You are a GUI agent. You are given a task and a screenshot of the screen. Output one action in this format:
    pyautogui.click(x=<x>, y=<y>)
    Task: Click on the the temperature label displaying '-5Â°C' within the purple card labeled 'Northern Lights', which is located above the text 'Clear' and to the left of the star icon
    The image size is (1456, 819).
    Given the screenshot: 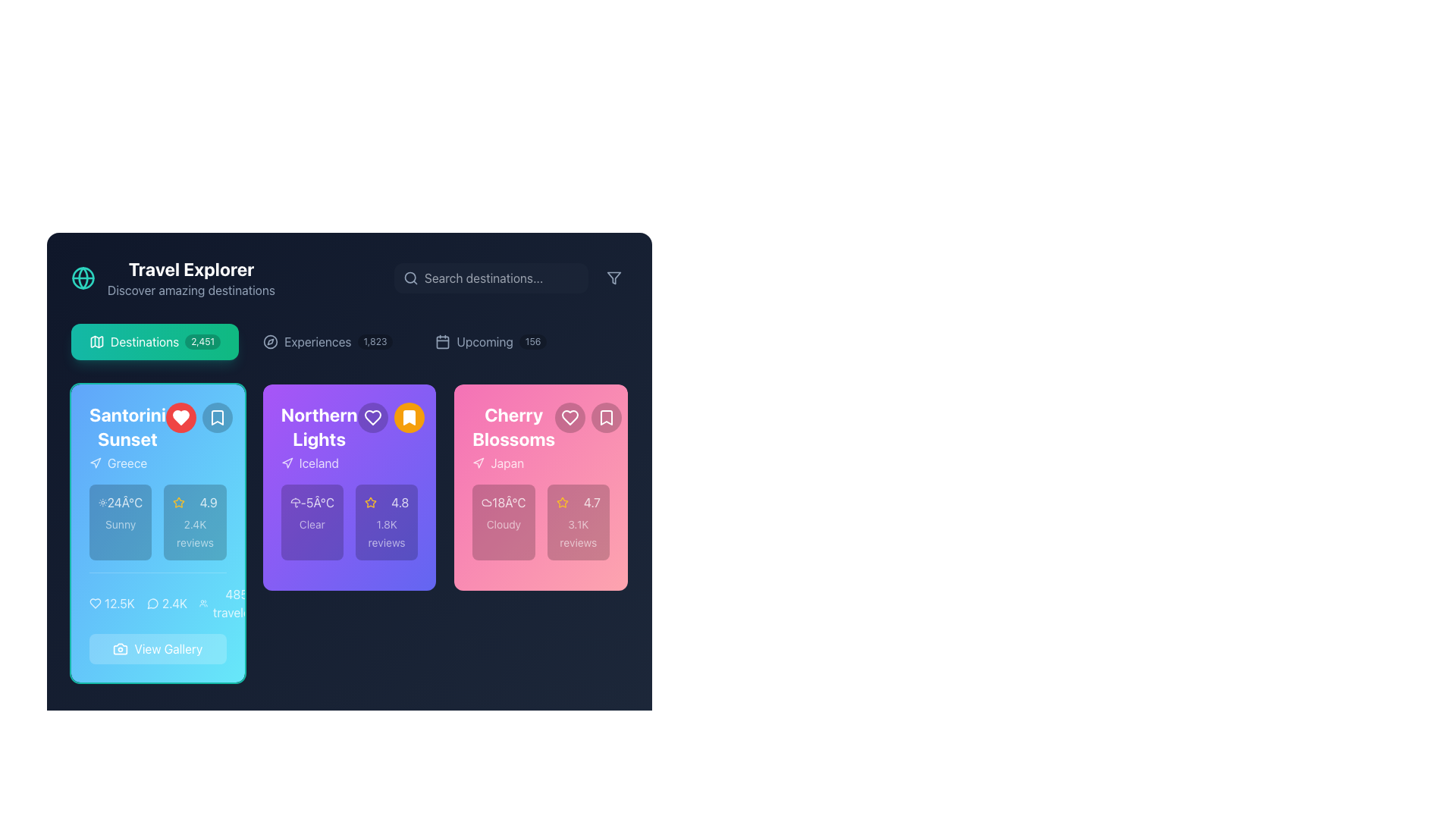 What is the action you would take?
    pyautogui.click(x=311, y=503)
    